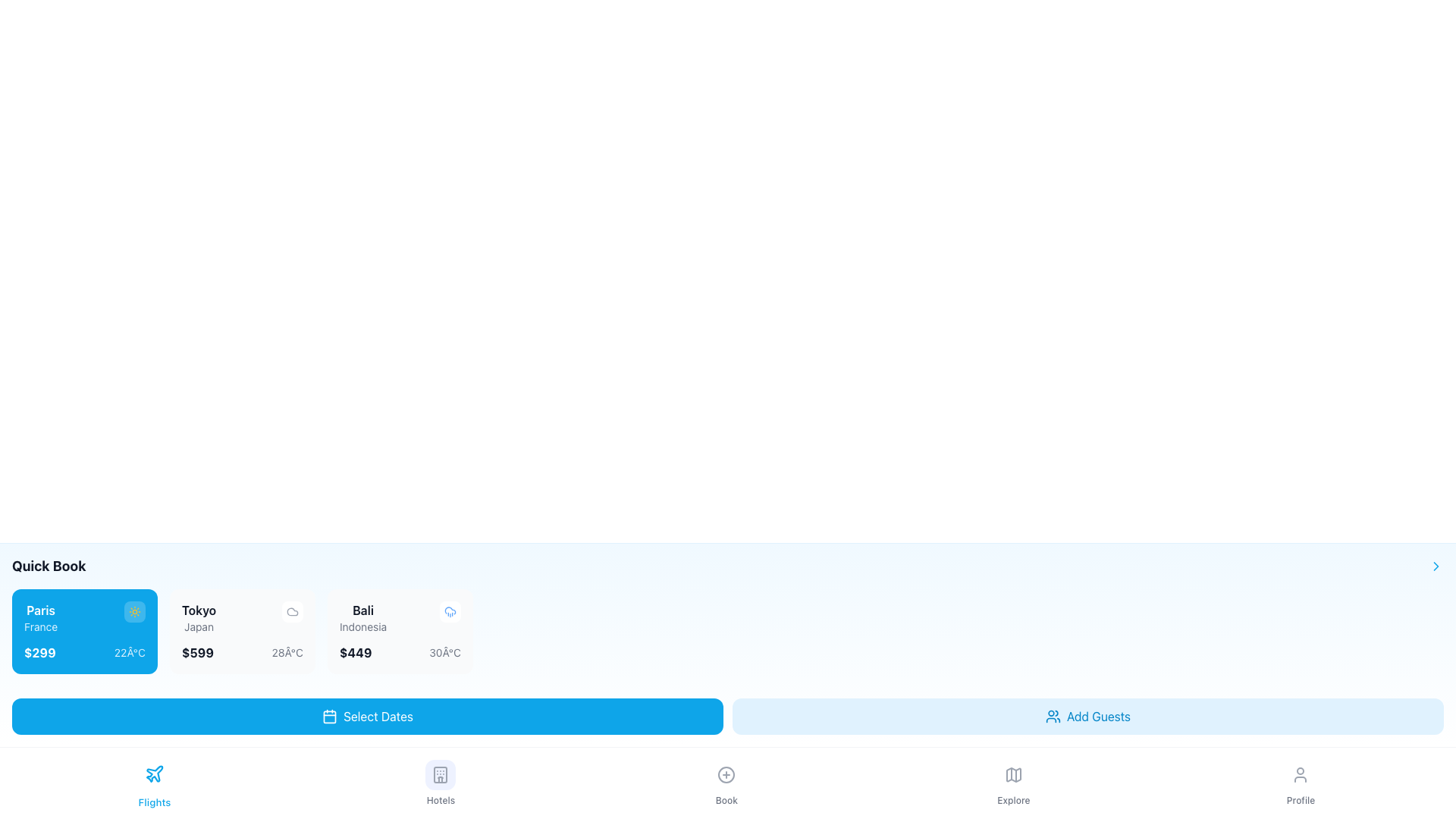  I want to click on the interactive navigation icon located in the bottom navigation bar, which is the third element from the left, so click(1013, 775).